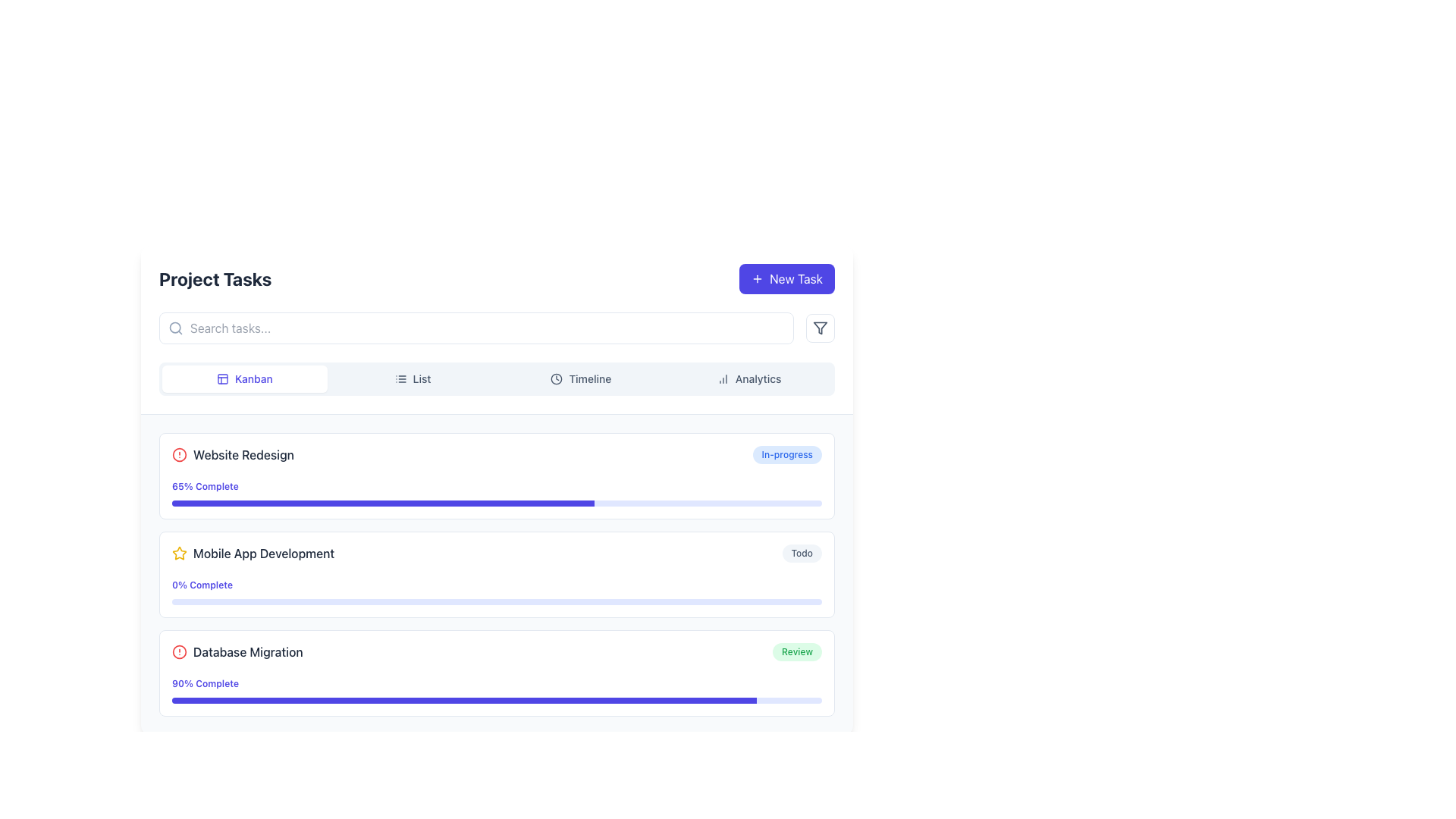 Image resolution: width=1456 pixels, height=819 pixels. Describe the element at coordinates (202, 584) in the screenshot. I see `the text label displaying '0% Complete', which is styled with a small bold indigo font and is located near progress-related components under 'Mobile App Development'` at that location.